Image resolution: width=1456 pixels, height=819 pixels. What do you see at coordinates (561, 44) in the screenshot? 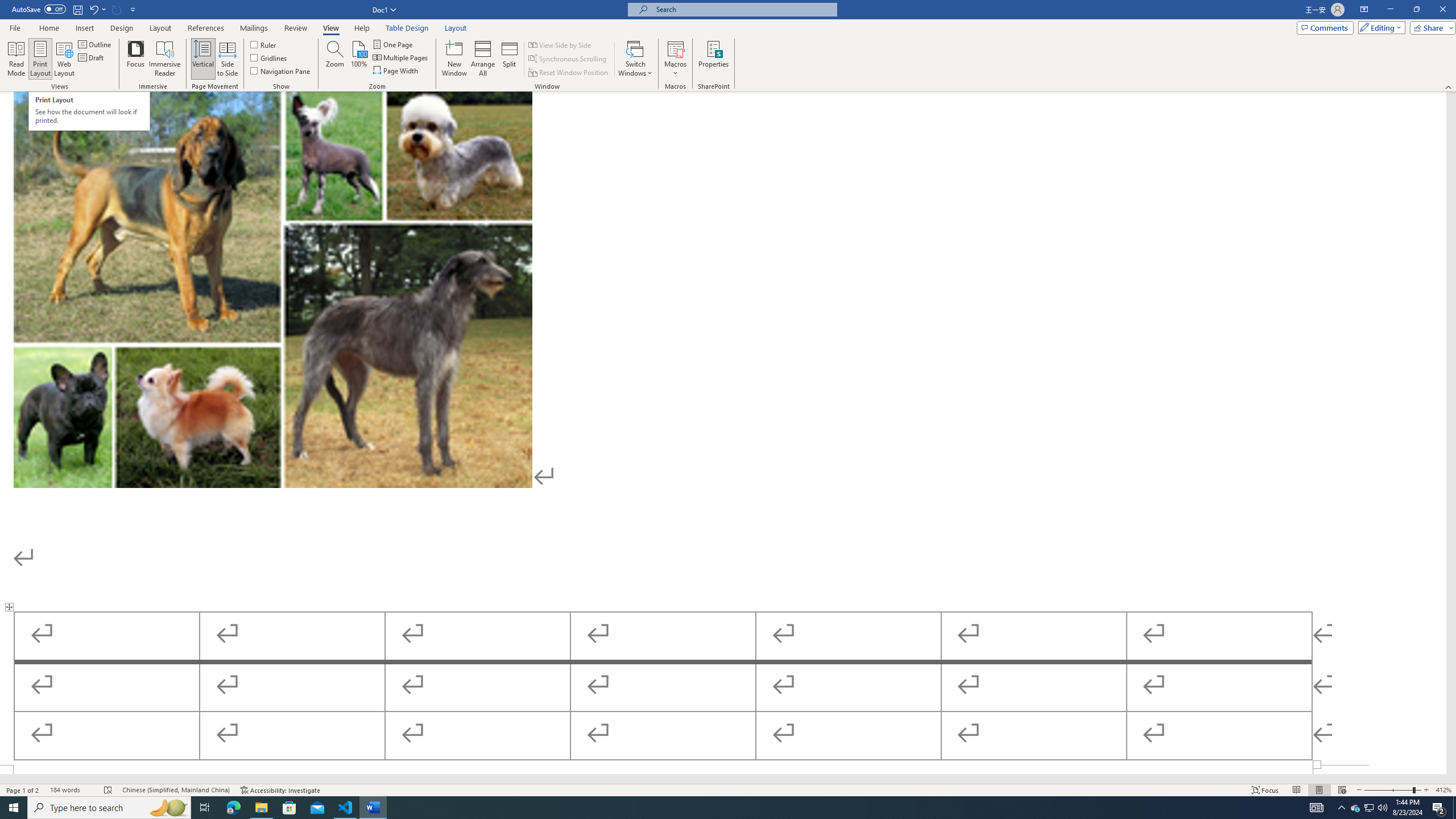
I see `'View Side by Side'` at bounding box center [561, 44].